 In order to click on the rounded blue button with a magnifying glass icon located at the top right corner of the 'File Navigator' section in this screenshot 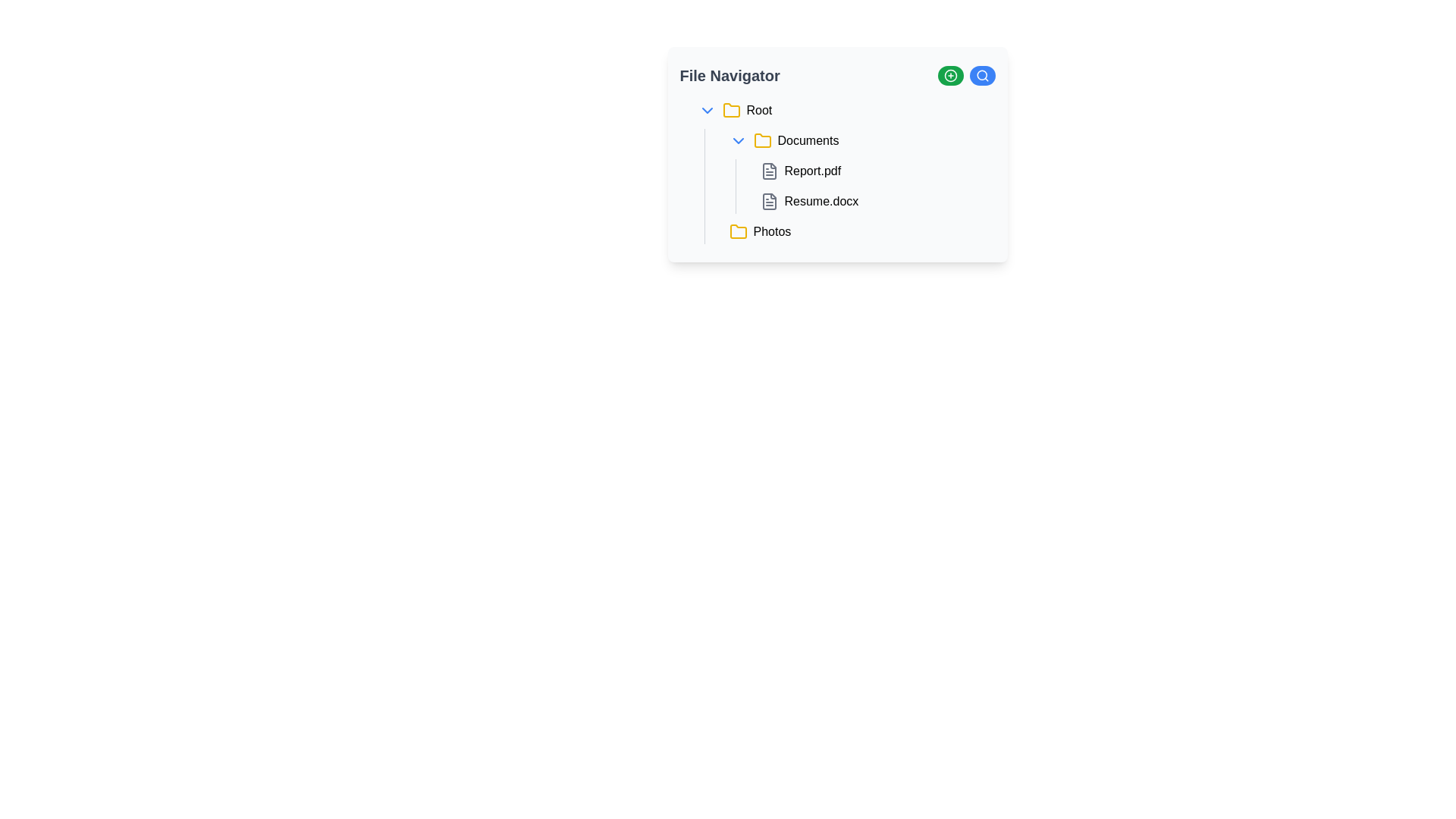, I will do `click(982, 76)`.